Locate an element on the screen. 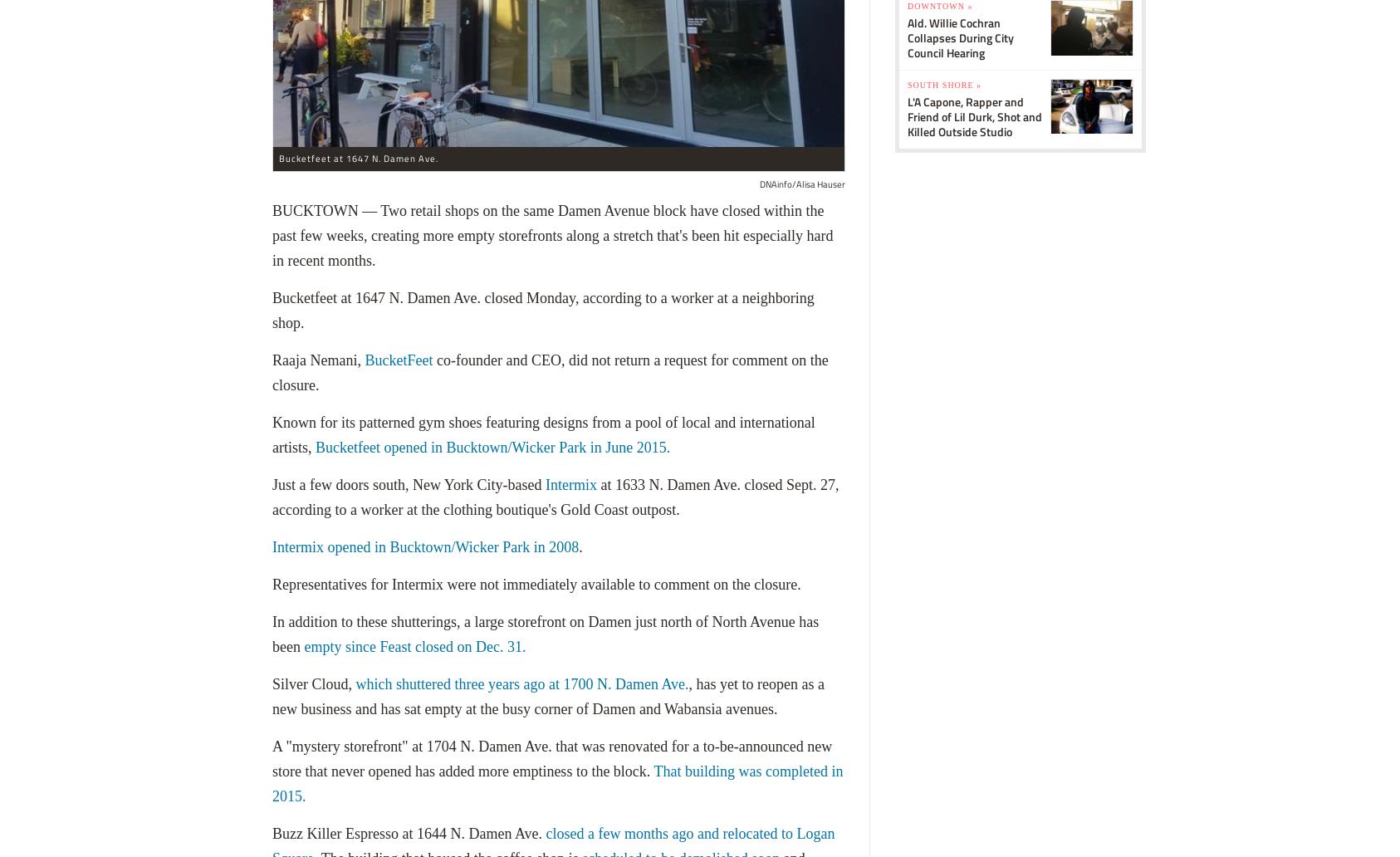  'Bucketfeet opened in Bucktown/Wicker Park in June 2015.' is located at coordinates (492, 448).